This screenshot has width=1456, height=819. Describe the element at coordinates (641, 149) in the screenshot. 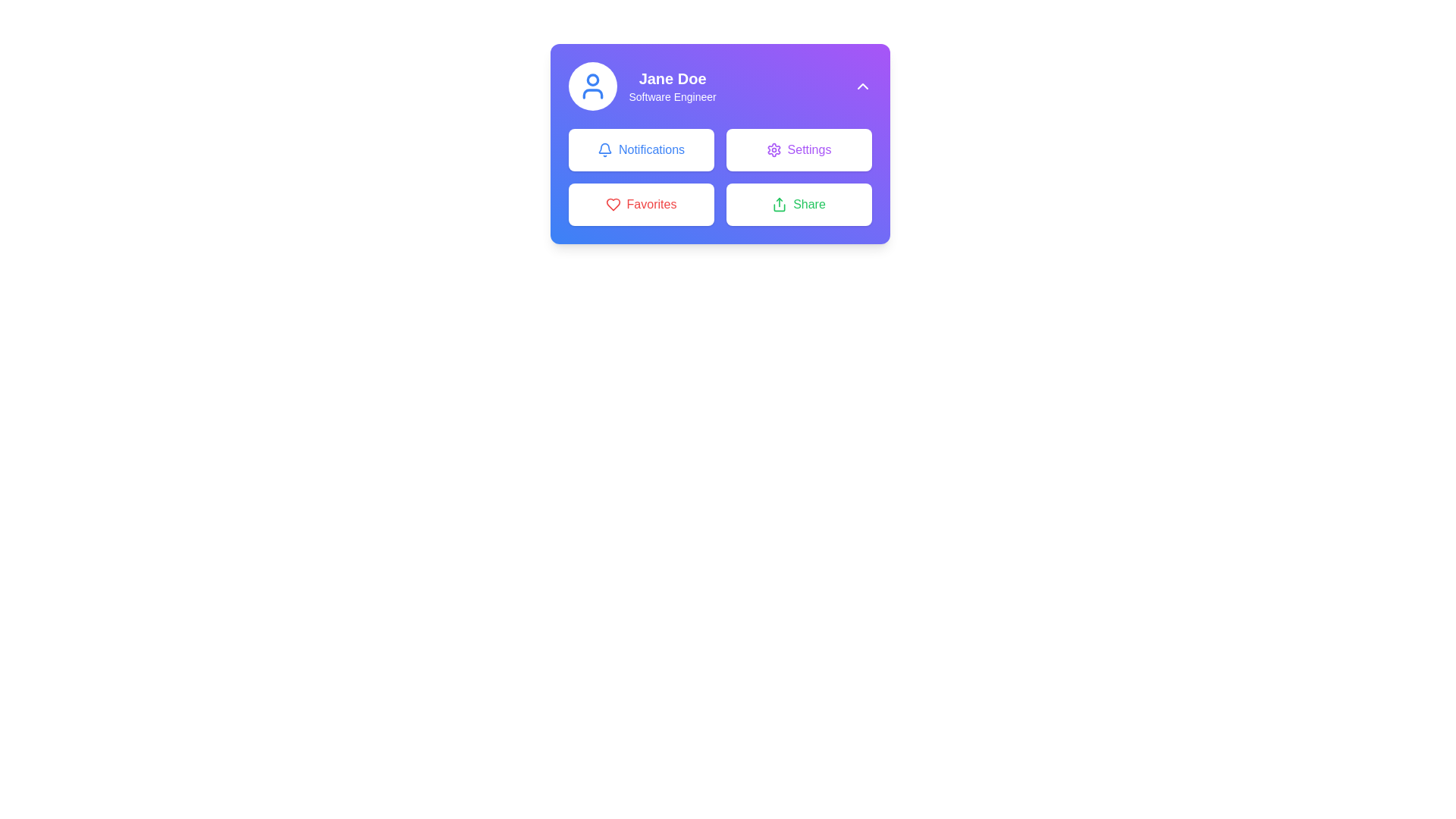

I see `the 'Notifications' button, which is a rectangular button with a white background, rounded corners, blue text, and a bell icon on the left` at that location.